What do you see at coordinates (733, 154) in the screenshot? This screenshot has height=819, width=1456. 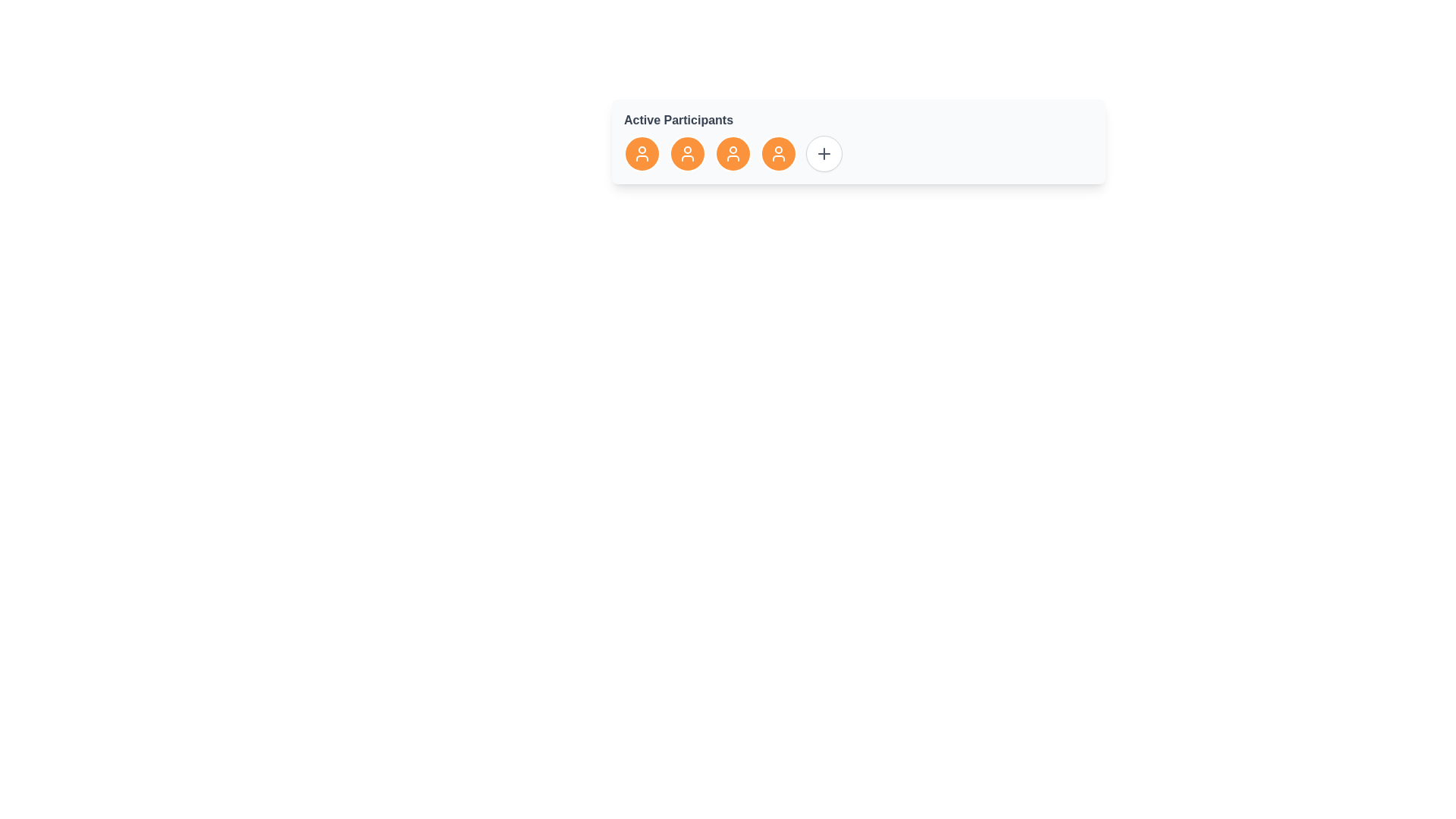 I see `the third circular icon from the left in the 'Active Participants' section, which is orange with a white border and contains a user symbol` at bounding box center [733, 154].